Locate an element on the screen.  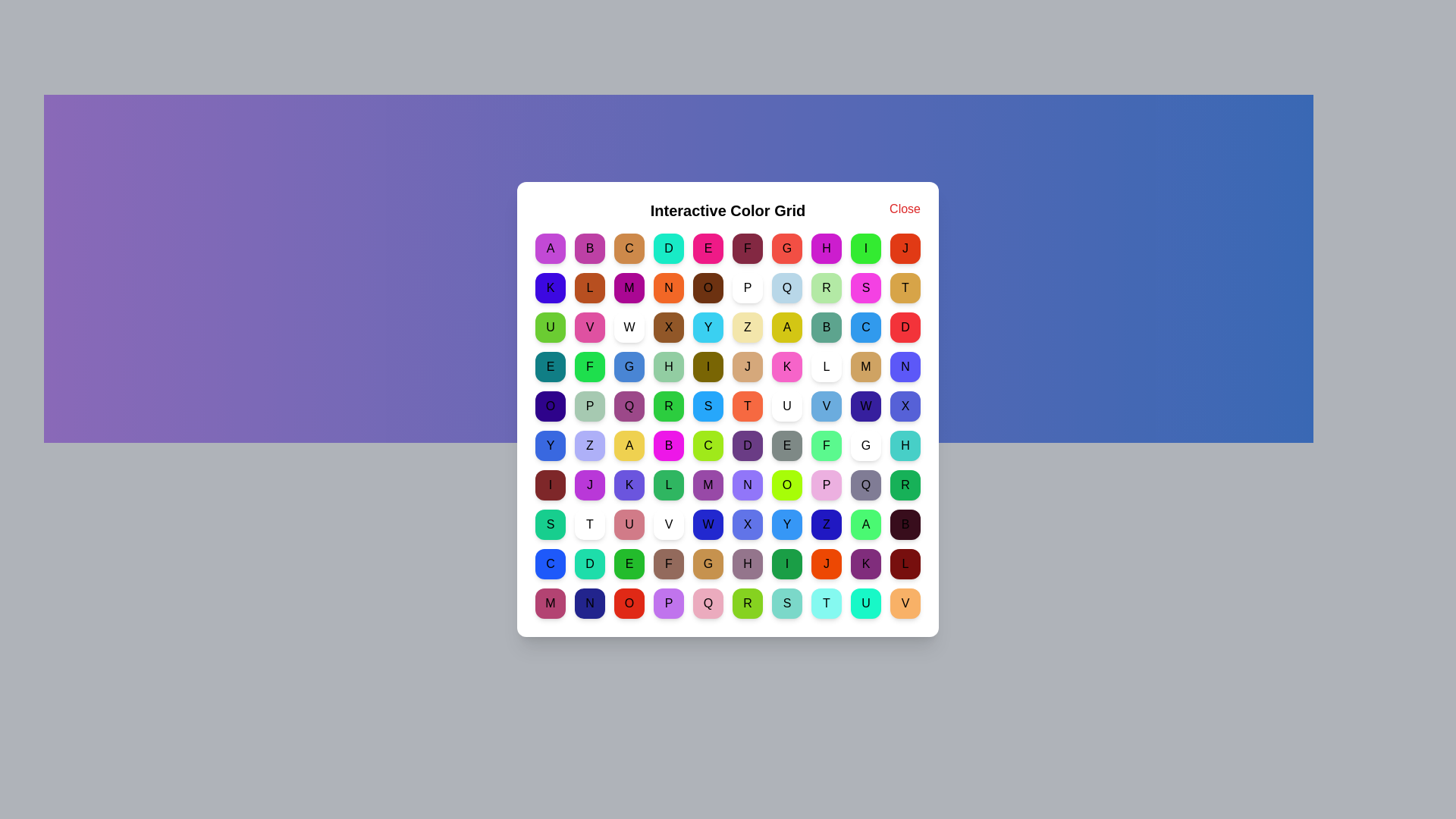
the grid cell labeled B to view its color message is located at coordinates (588, 247).